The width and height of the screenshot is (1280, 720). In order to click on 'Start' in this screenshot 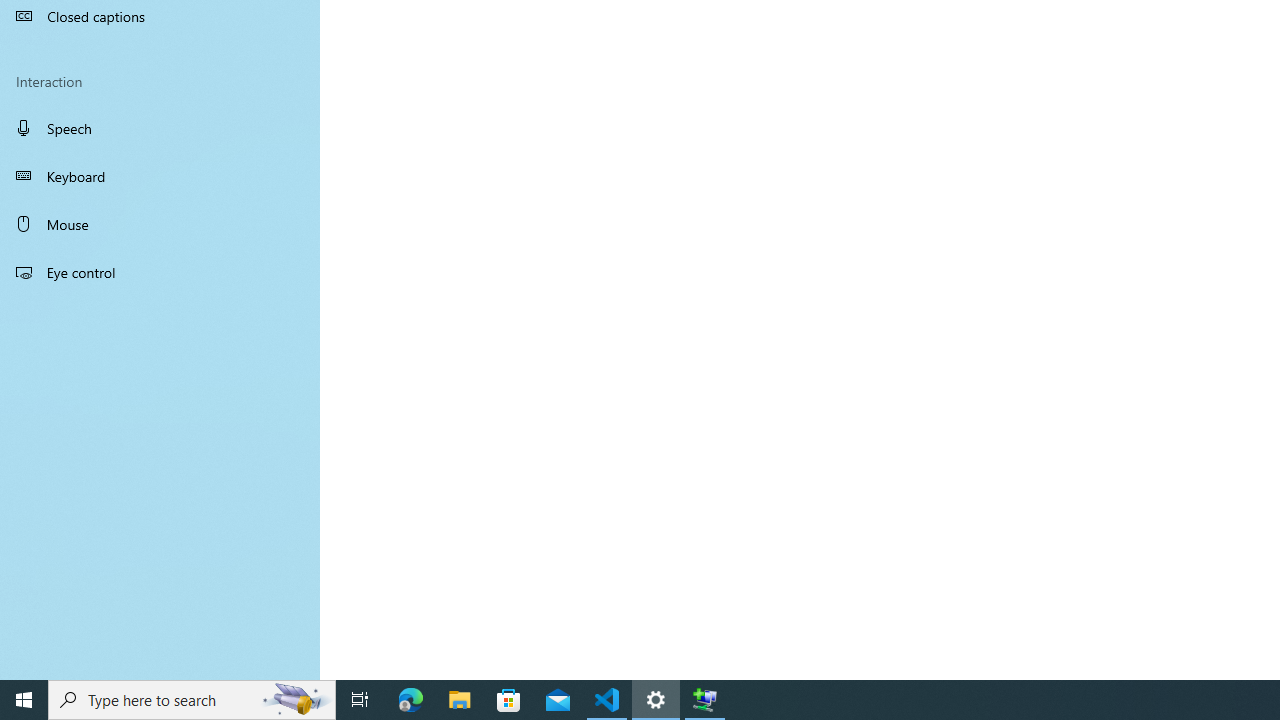, I will do `click(24, 698)`.